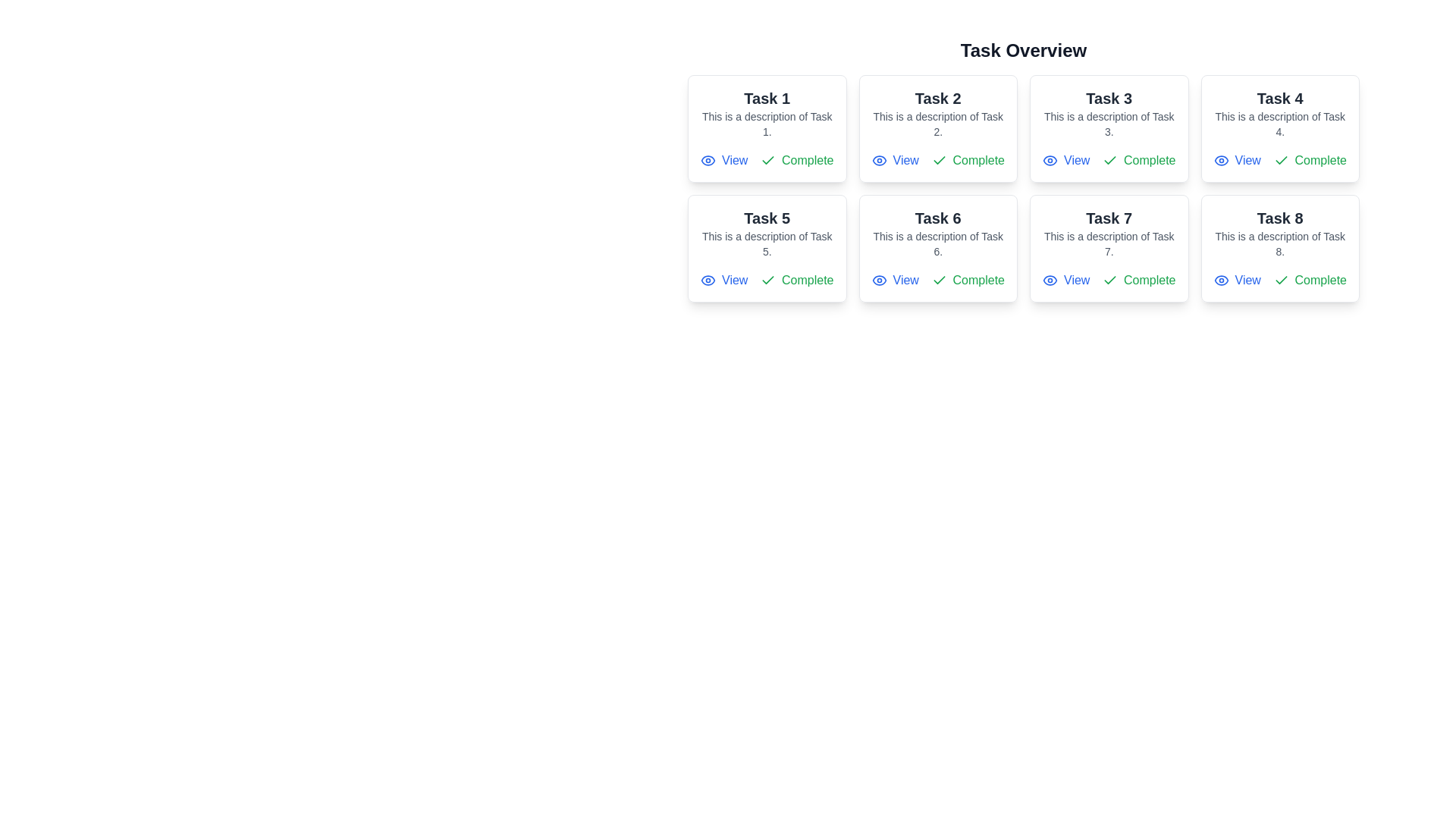 The height and width of the screenshot is (819, 1456). Describe the element at coordinates (767, 218) in the screenshot. I see `the Text Label displaying the title of 'Task 5' within the task card layout, located at the top of the card in the grid layout` at that location.